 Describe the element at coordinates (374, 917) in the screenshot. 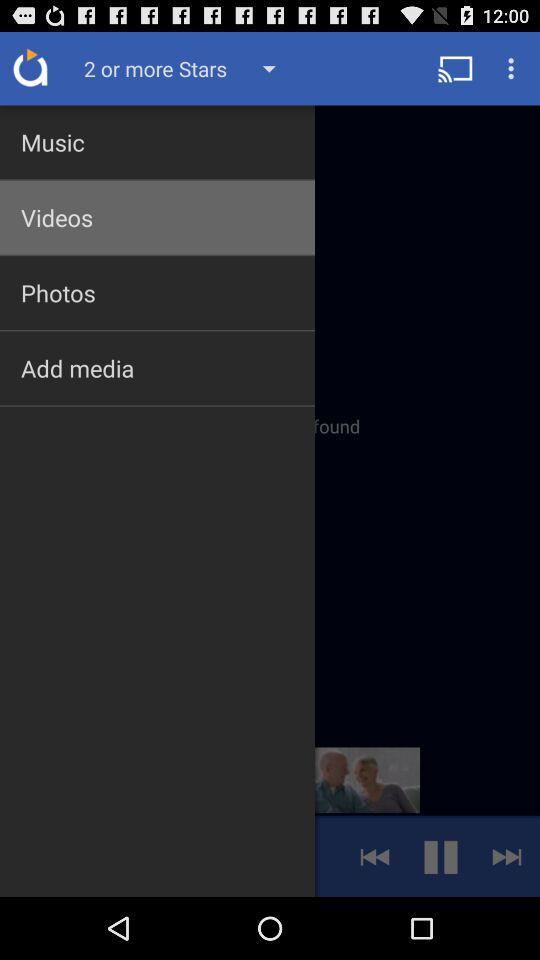

I see `the av_rewind icon` at that location.